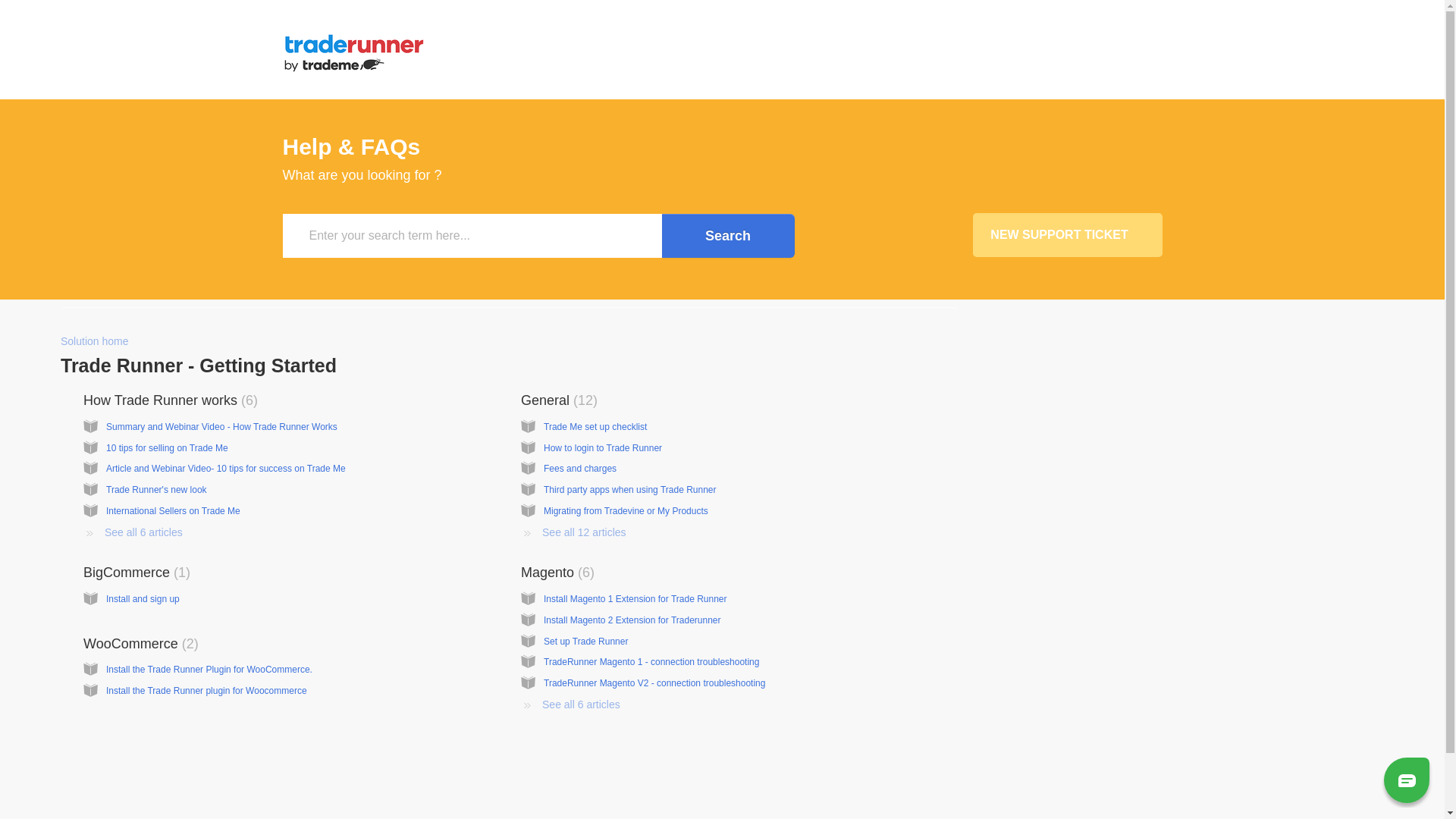  Describe the element at coordinates (224, 467) in the screenshot. I see `'Article and Webinar Video- 10 tips for success on Trade Me'` at that location.